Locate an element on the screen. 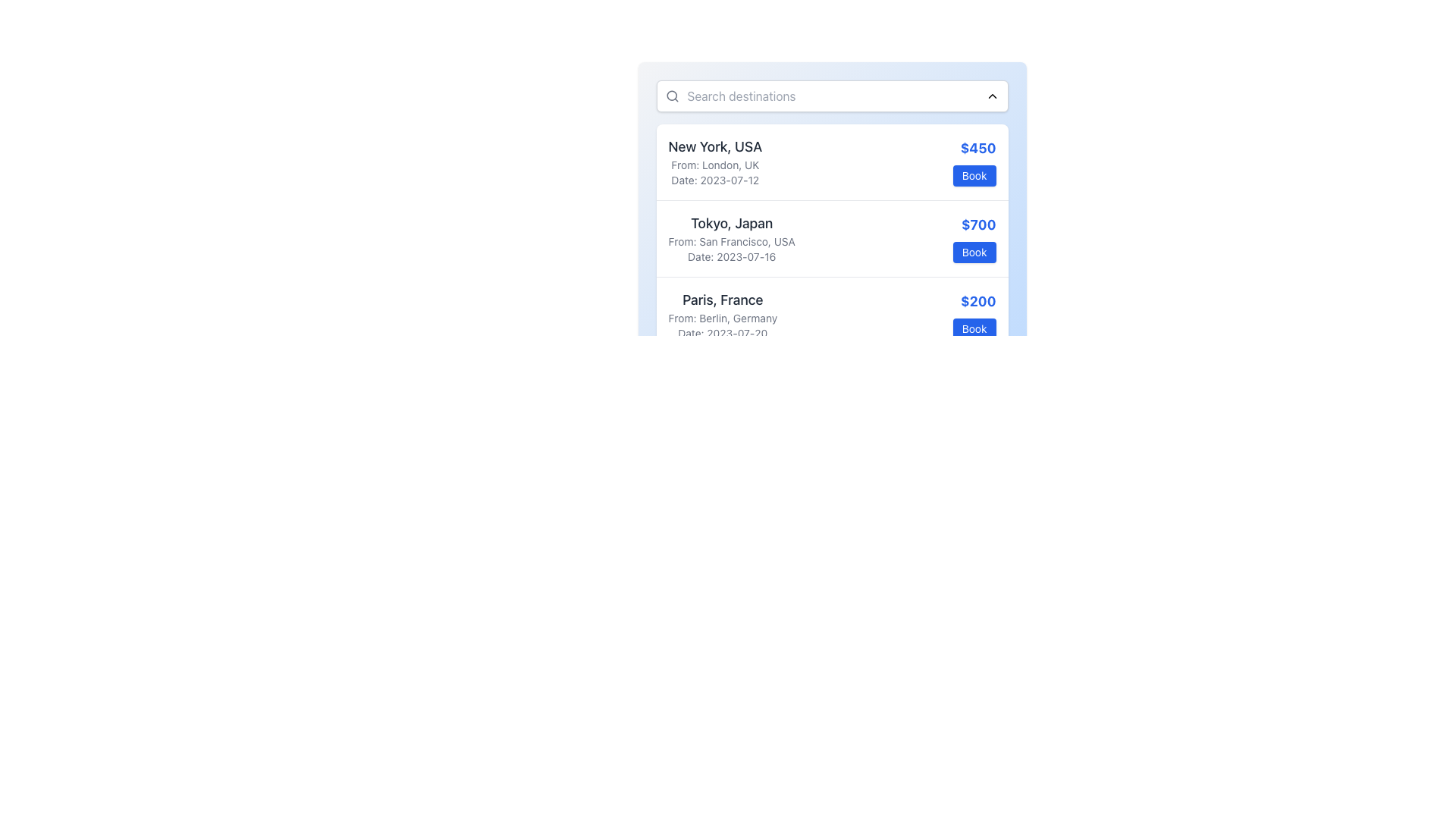 This screenshot has width=1456, height=819. the booking button located in the second row of the list, aligned with the price text ('$700') for the 'Tokyo, Japan' listing to proceed with booking is located at coordinates (974, 251).